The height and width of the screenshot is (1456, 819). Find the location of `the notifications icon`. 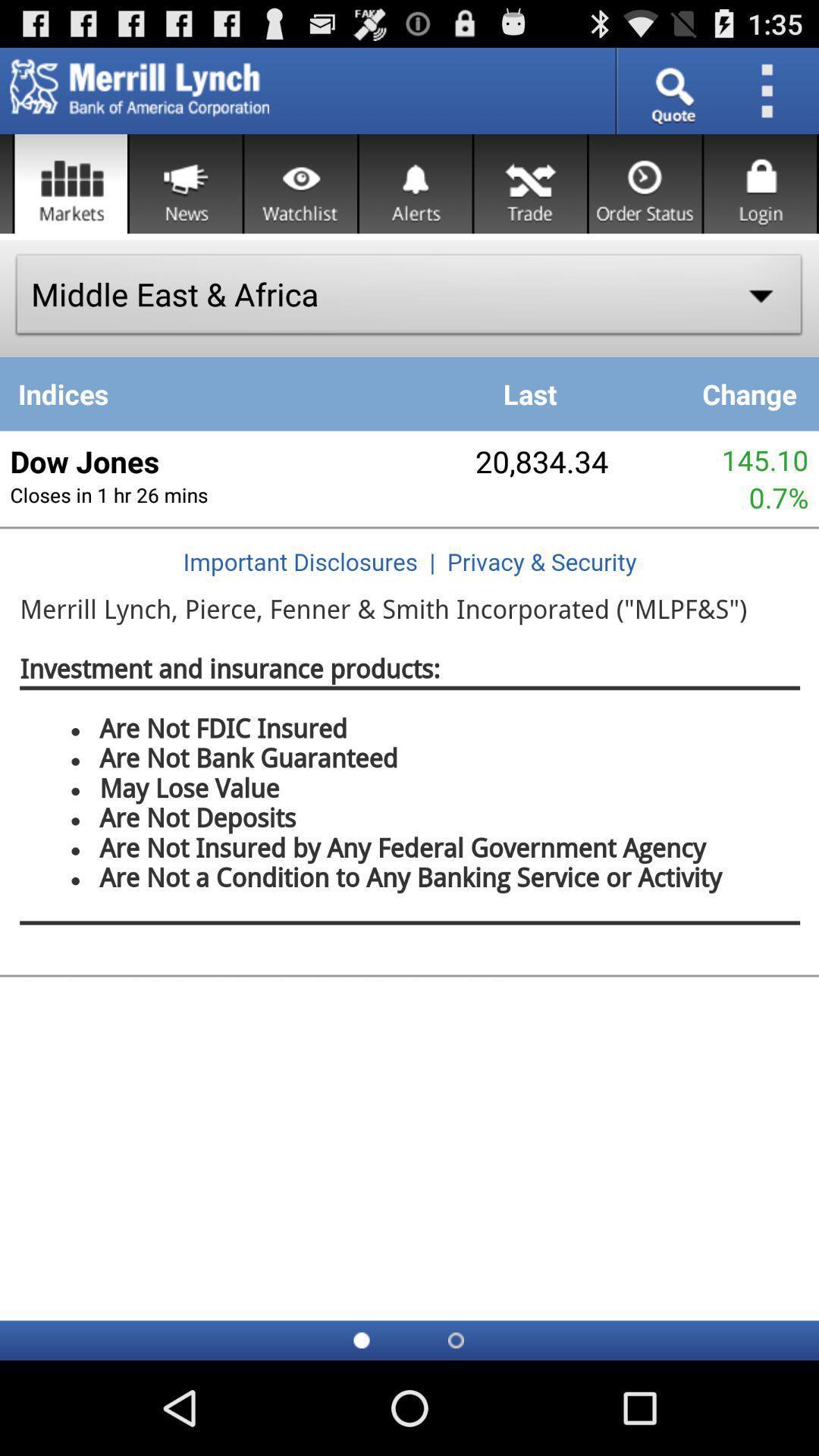

the notifications icon is located at coordinates (416, 196).